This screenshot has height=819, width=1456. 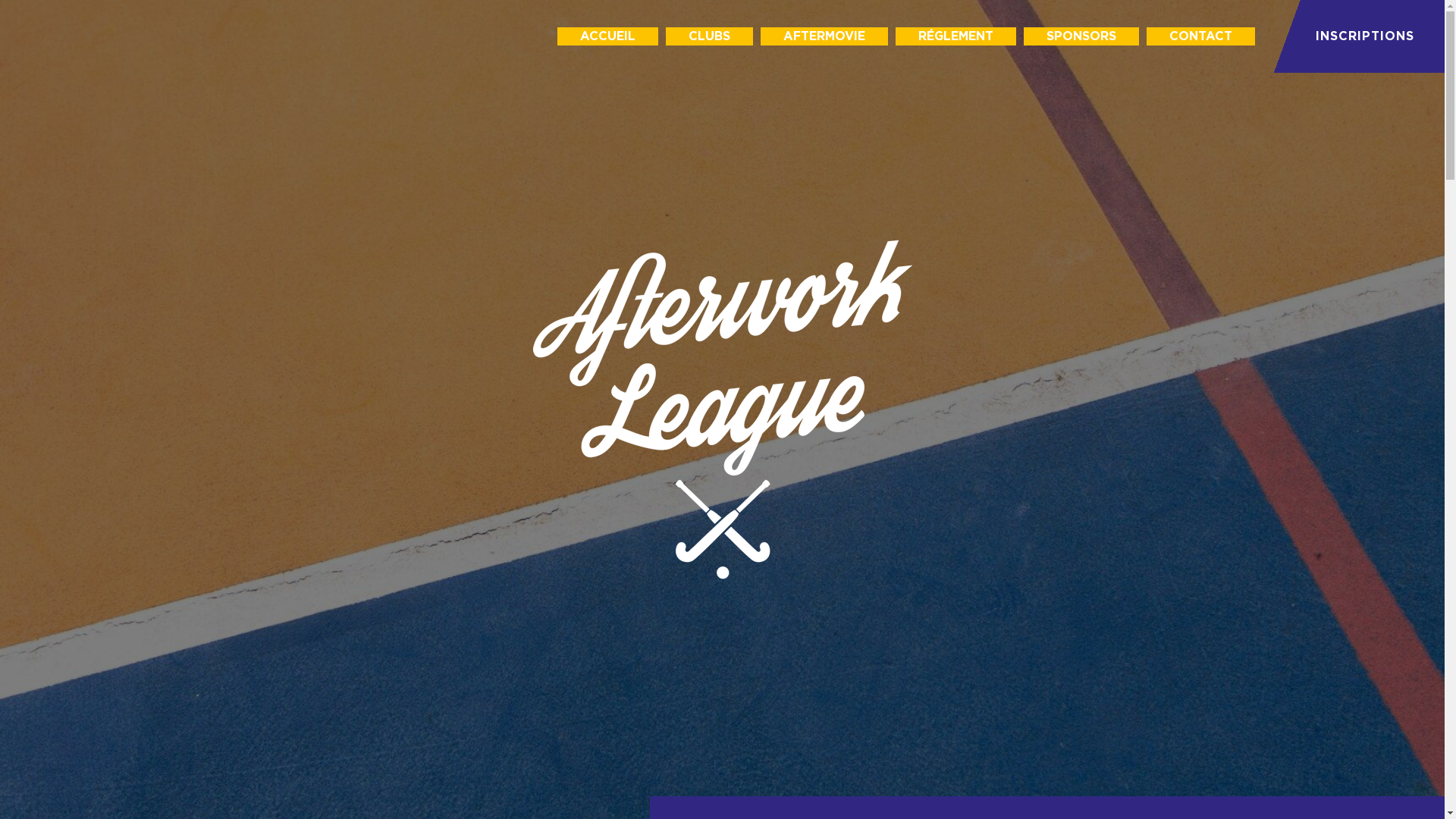 I want to click on 'INSCRIPTIONS', so click(x=1357, y=35).